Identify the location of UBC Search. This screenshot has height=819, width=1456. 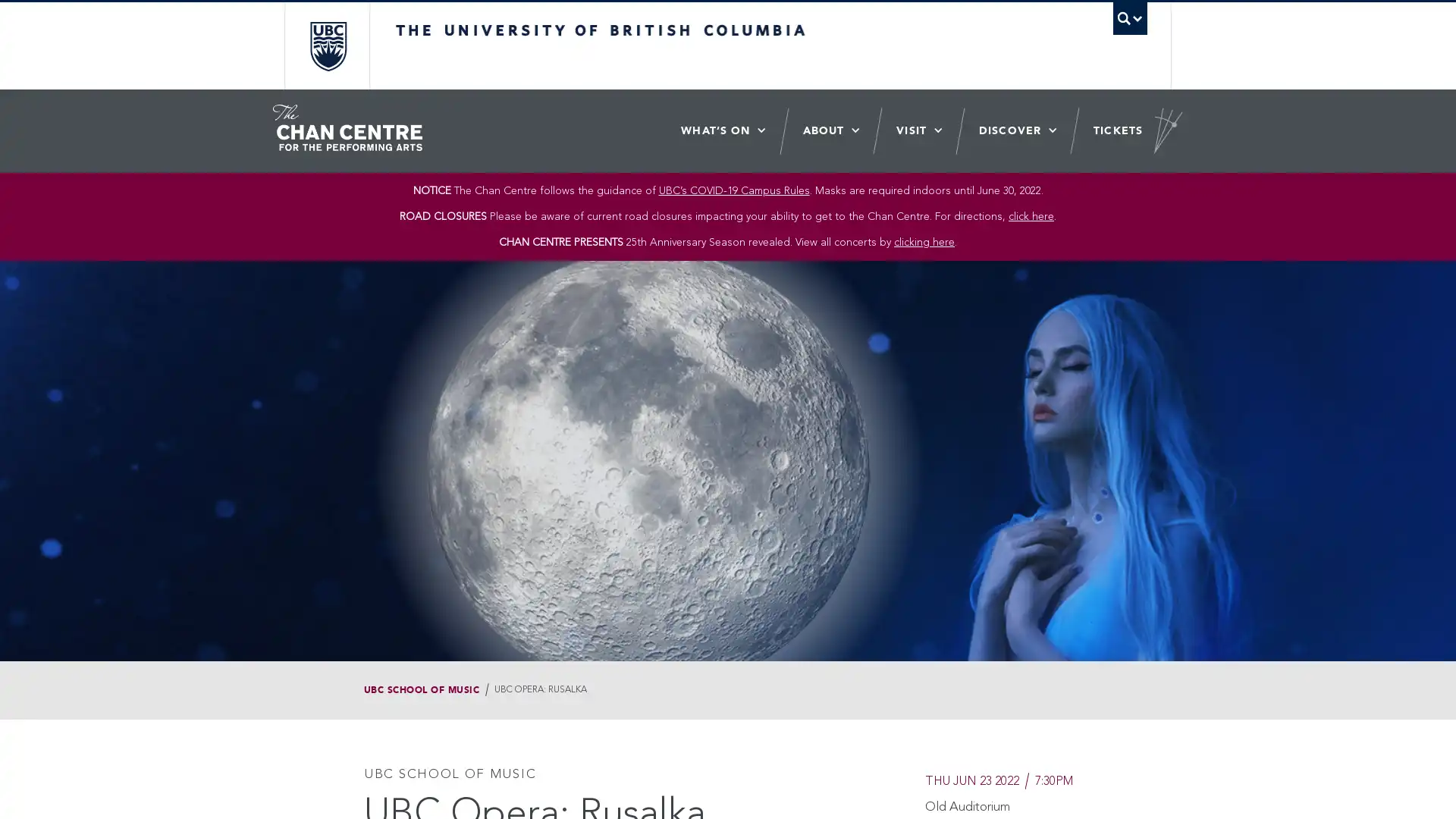
(1129, 18).